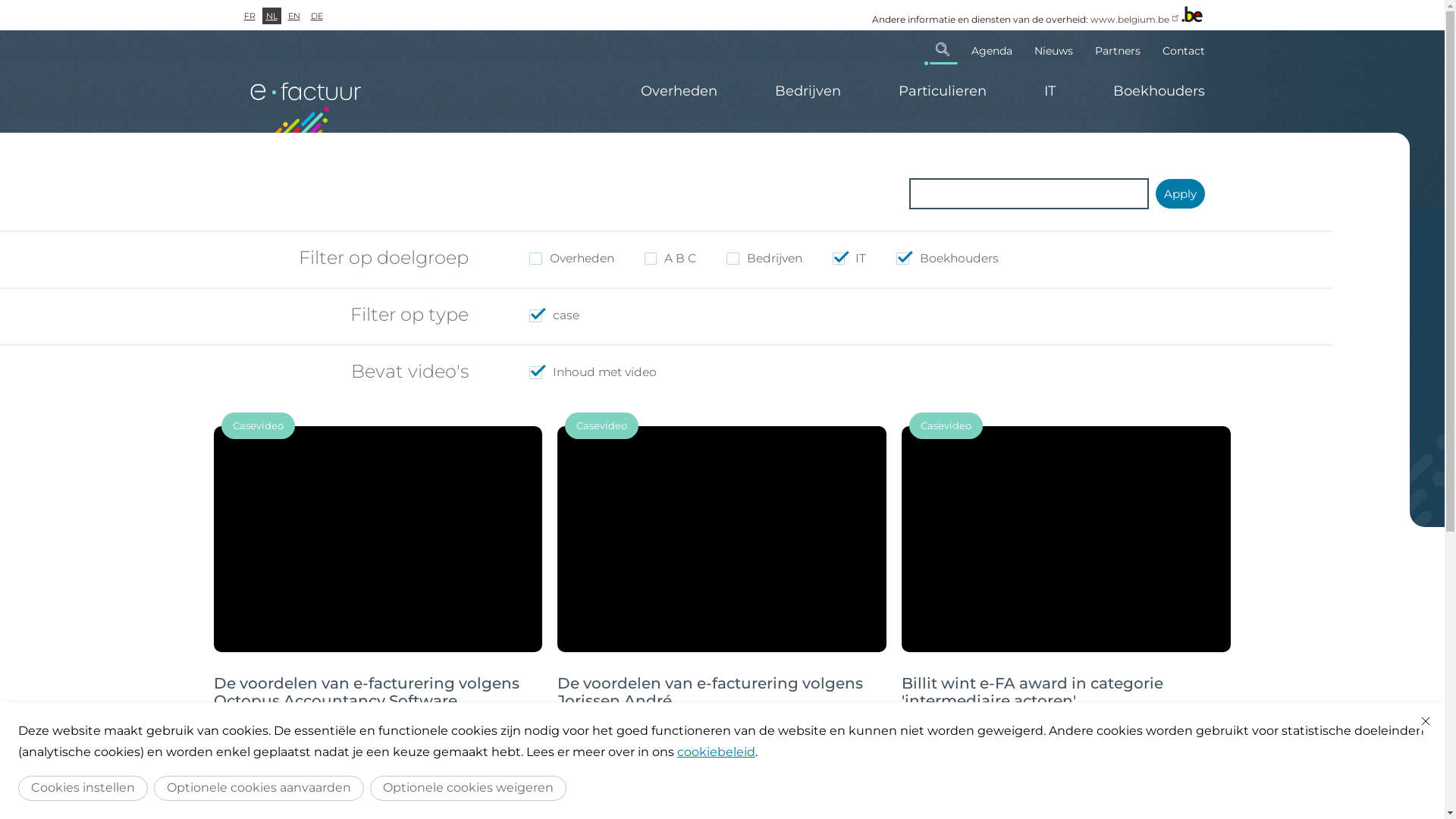 This screenshot has height=819, width=1456. I want to click on 'EN', so click(293, 15).